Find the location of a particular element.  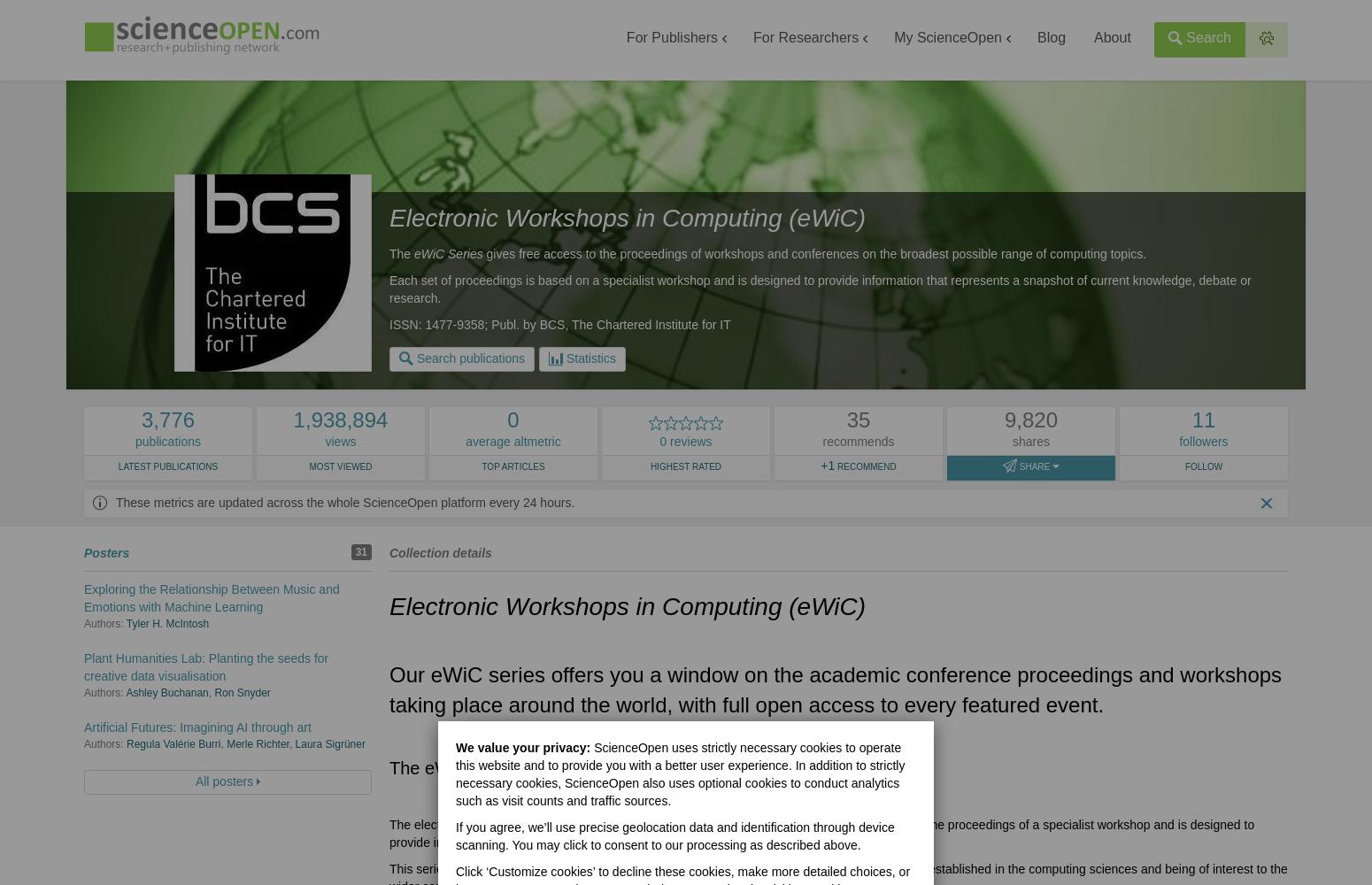

'views' is located at coordinates (339, 441).